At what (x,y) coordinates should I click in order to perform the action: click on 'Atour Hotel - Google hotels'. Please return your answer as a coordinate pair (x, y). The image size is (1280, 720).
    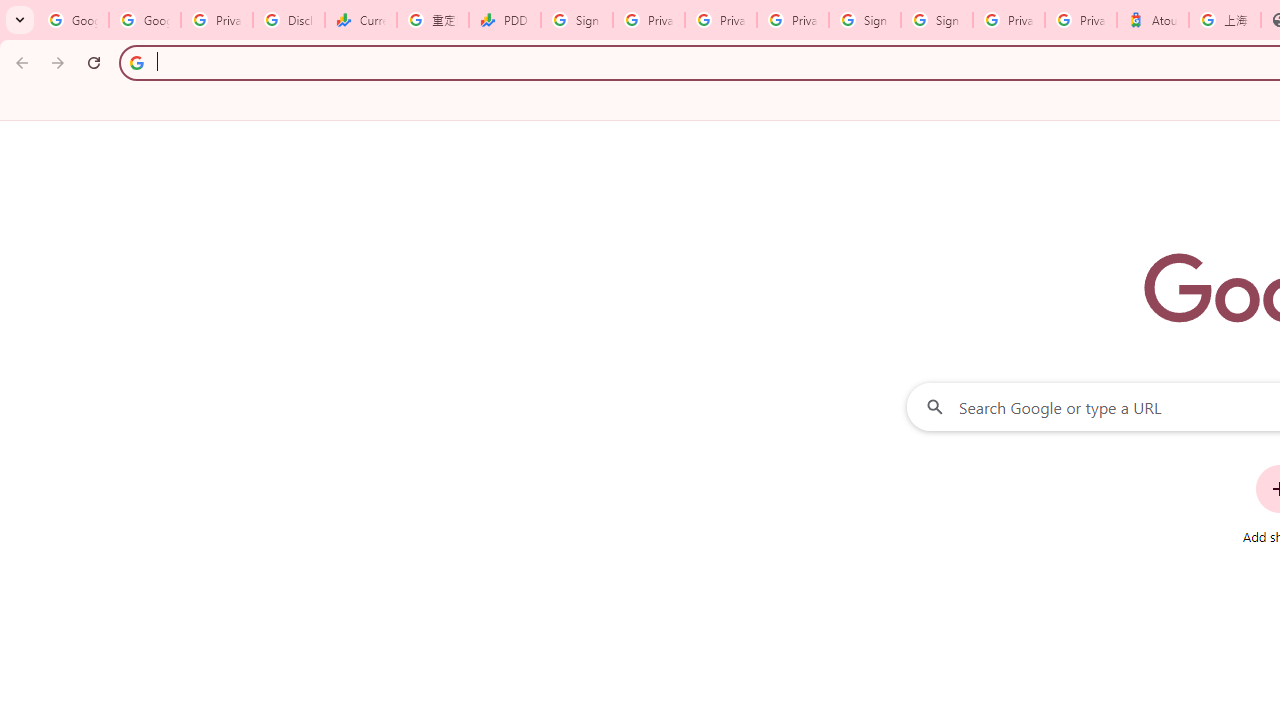
    Looking at the image, I should click on (1153, 20).